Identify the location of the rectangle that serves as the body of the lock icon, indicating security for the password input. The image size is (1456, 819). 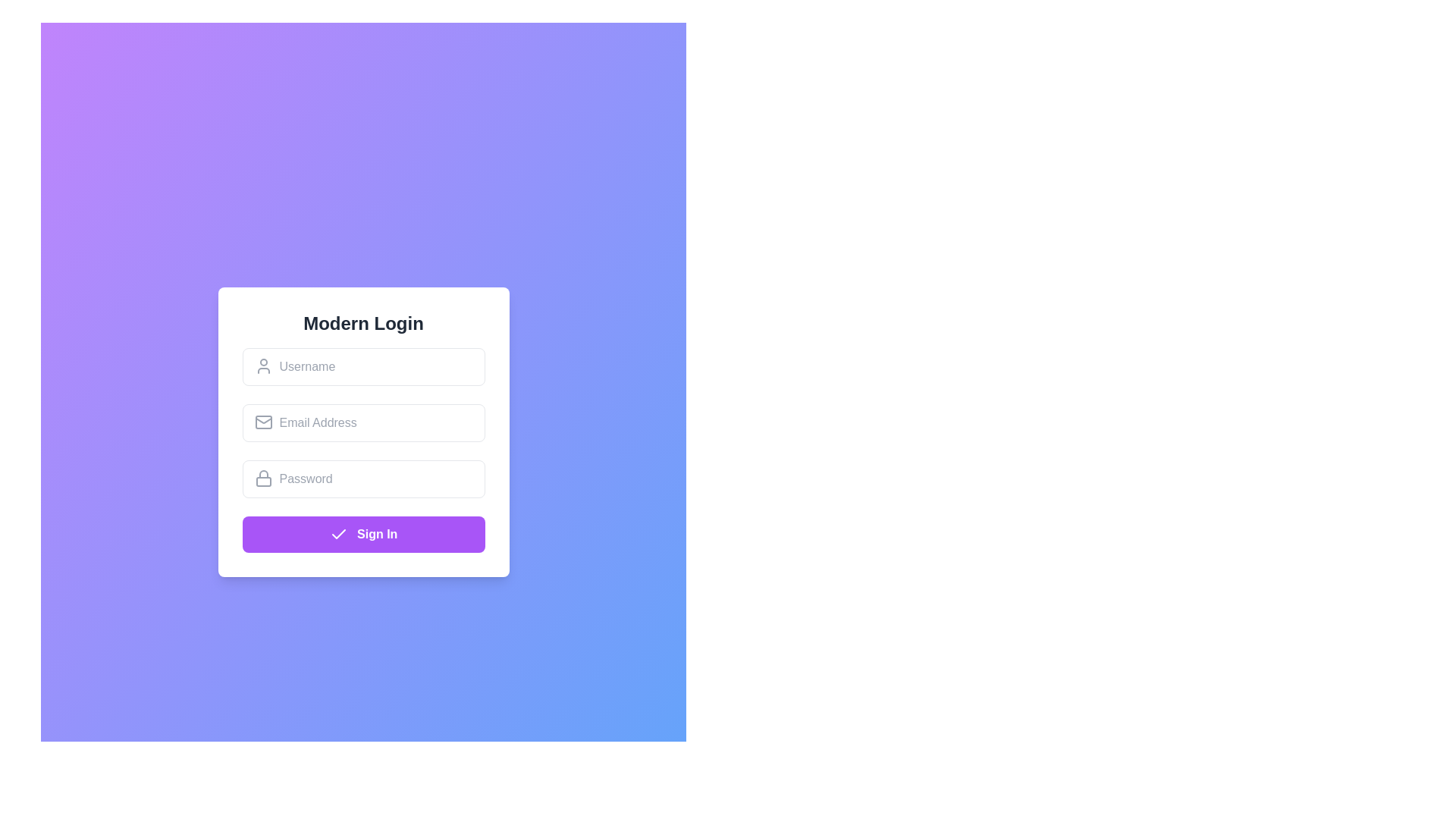
(263, 482).